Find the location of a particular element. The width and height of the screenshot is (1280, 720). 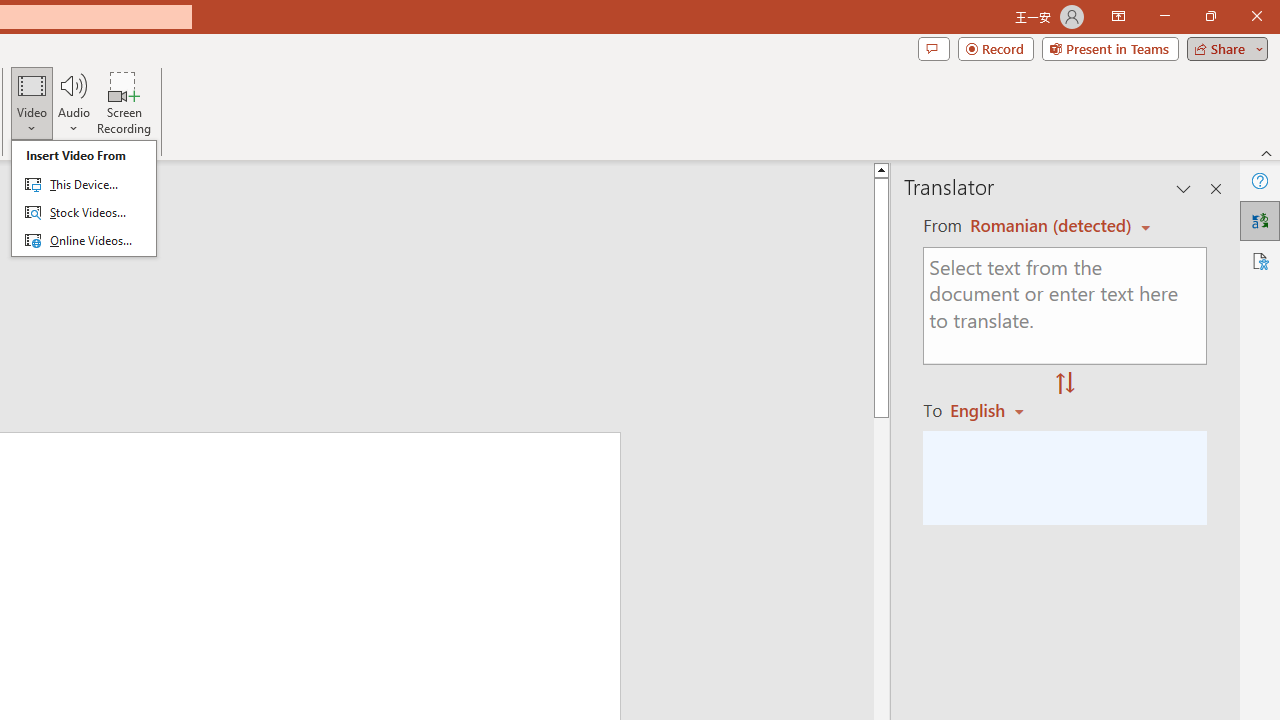

'Romanian (detected)' is located at coordinates (1046, 225).